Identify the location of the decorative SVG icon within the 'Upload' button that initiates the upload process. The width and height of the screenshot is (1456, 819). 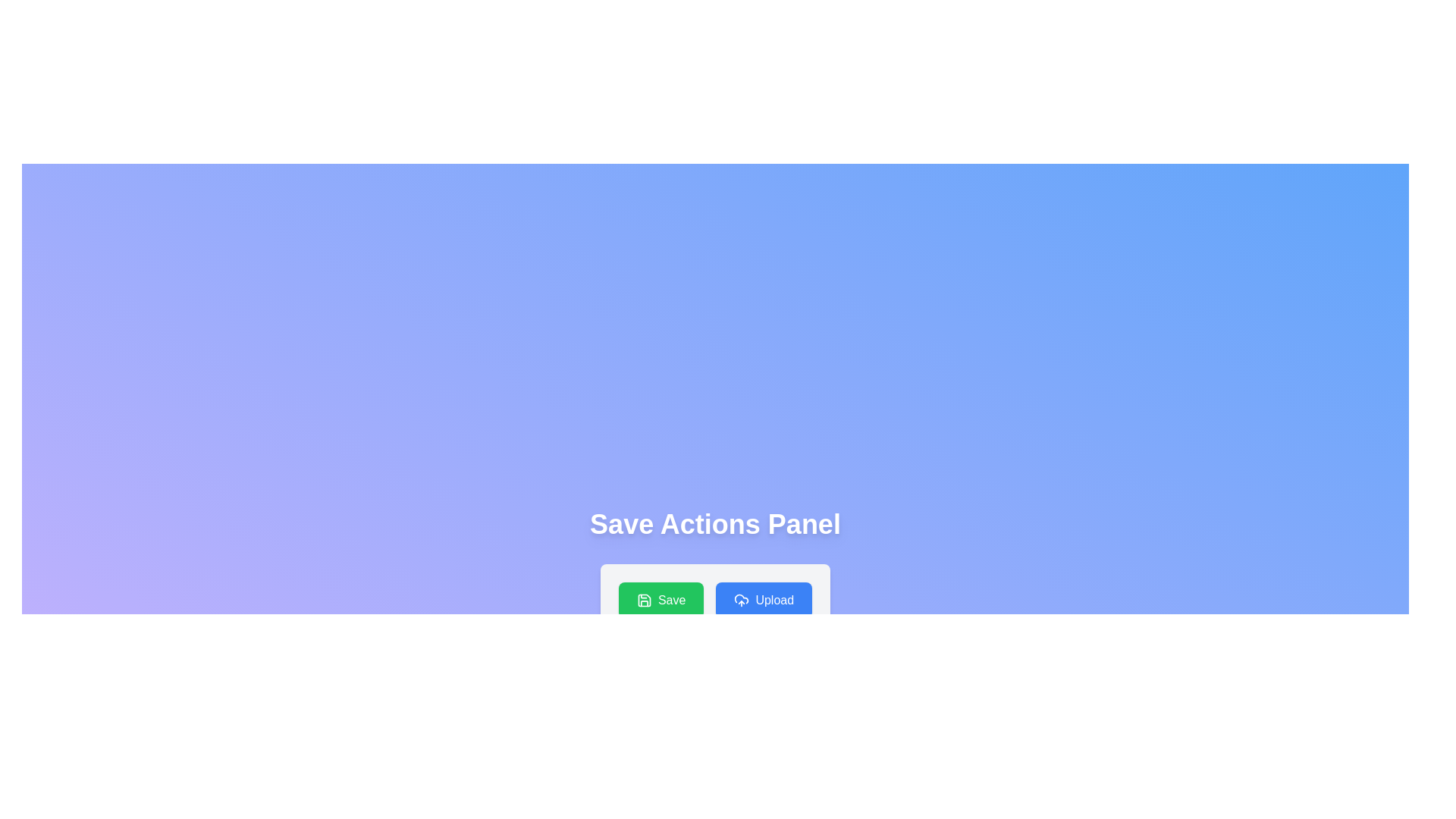
(742, 598).